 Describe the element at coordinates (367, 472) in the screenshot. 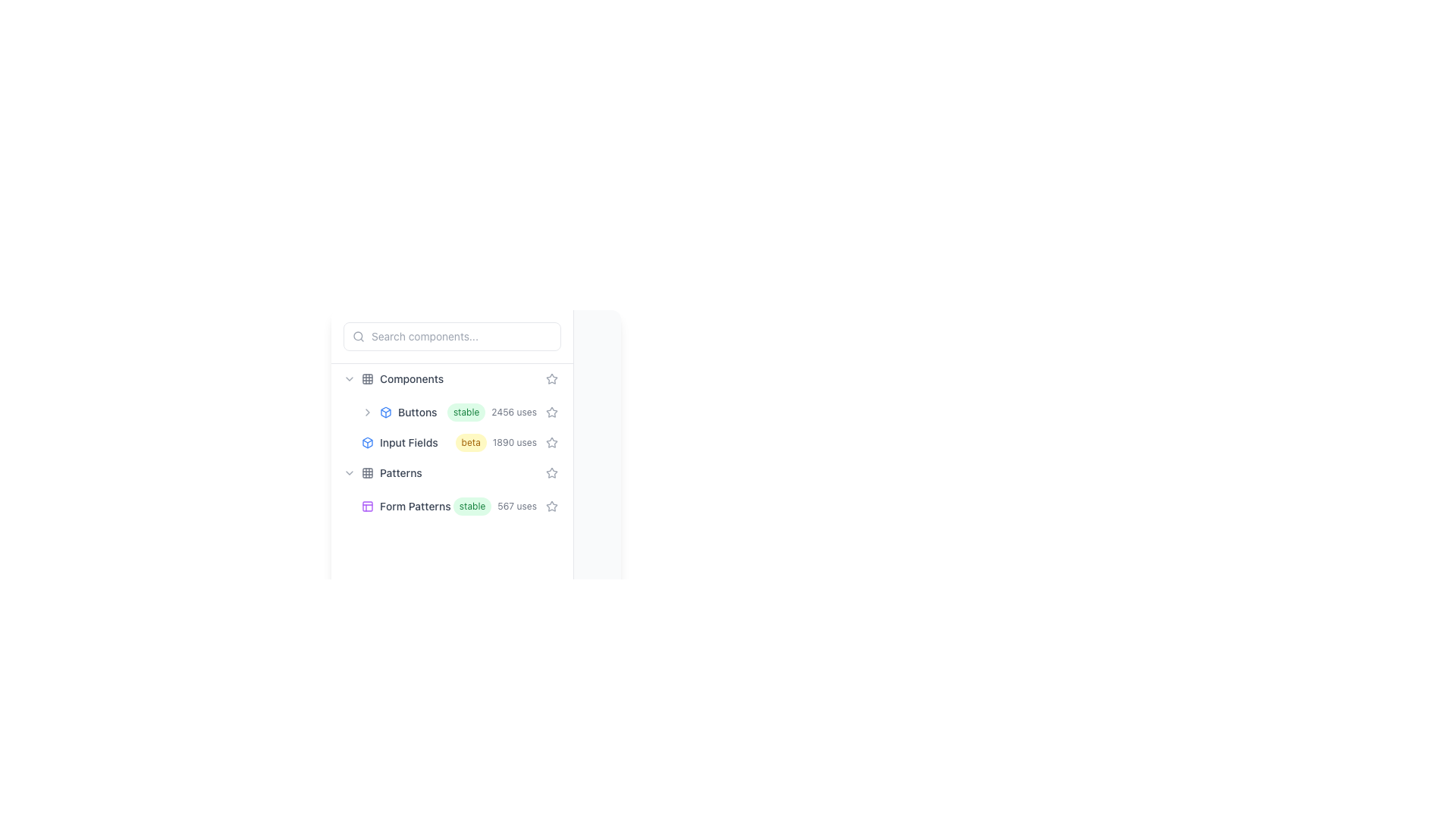

I see `the icon located to the left of the 'Patterns' label in the menu, serving as a visual indicator for the section` at that location.